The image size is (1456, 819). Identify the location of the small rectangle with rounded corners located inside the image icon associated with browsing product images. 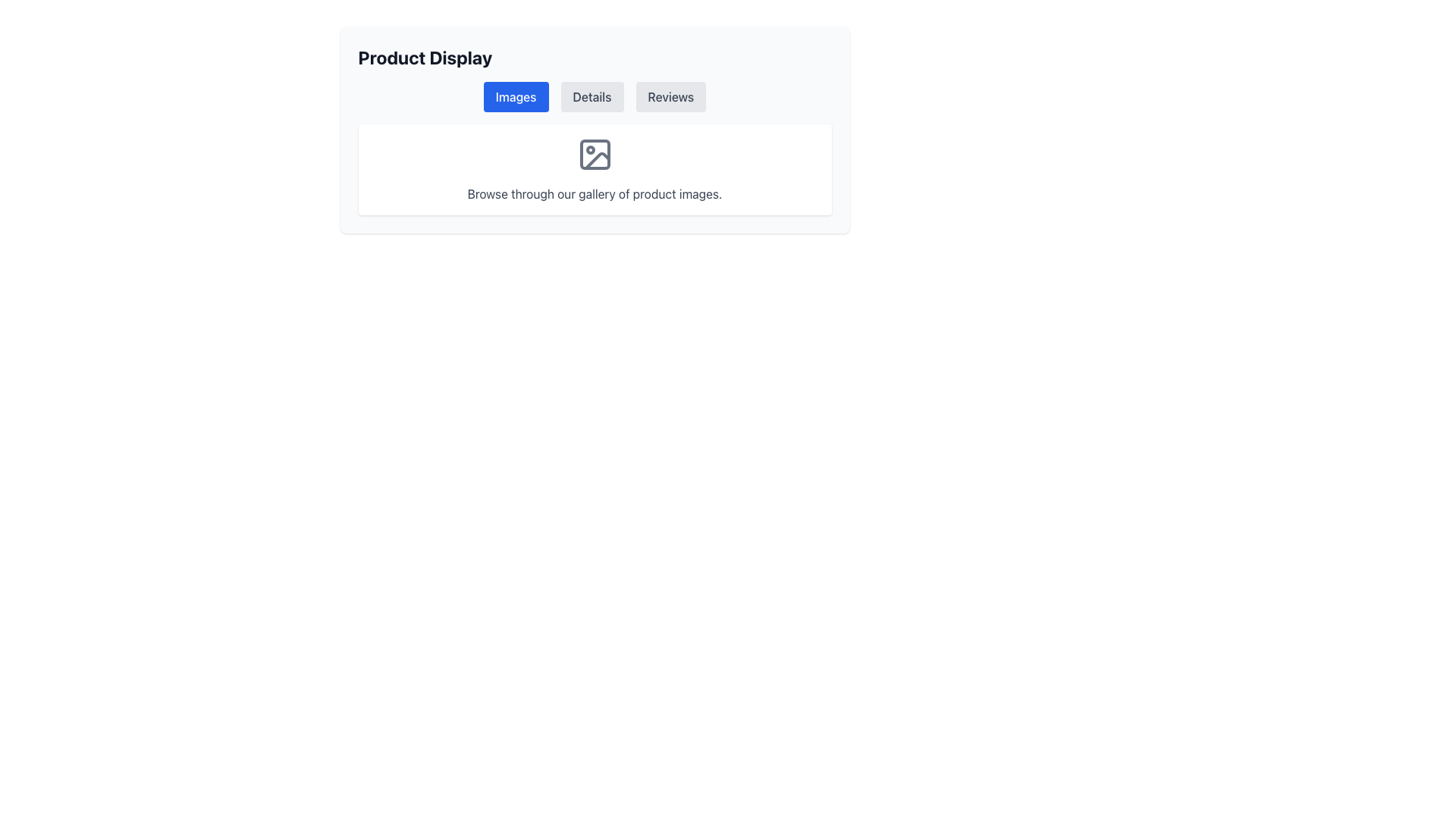
(594, 155).